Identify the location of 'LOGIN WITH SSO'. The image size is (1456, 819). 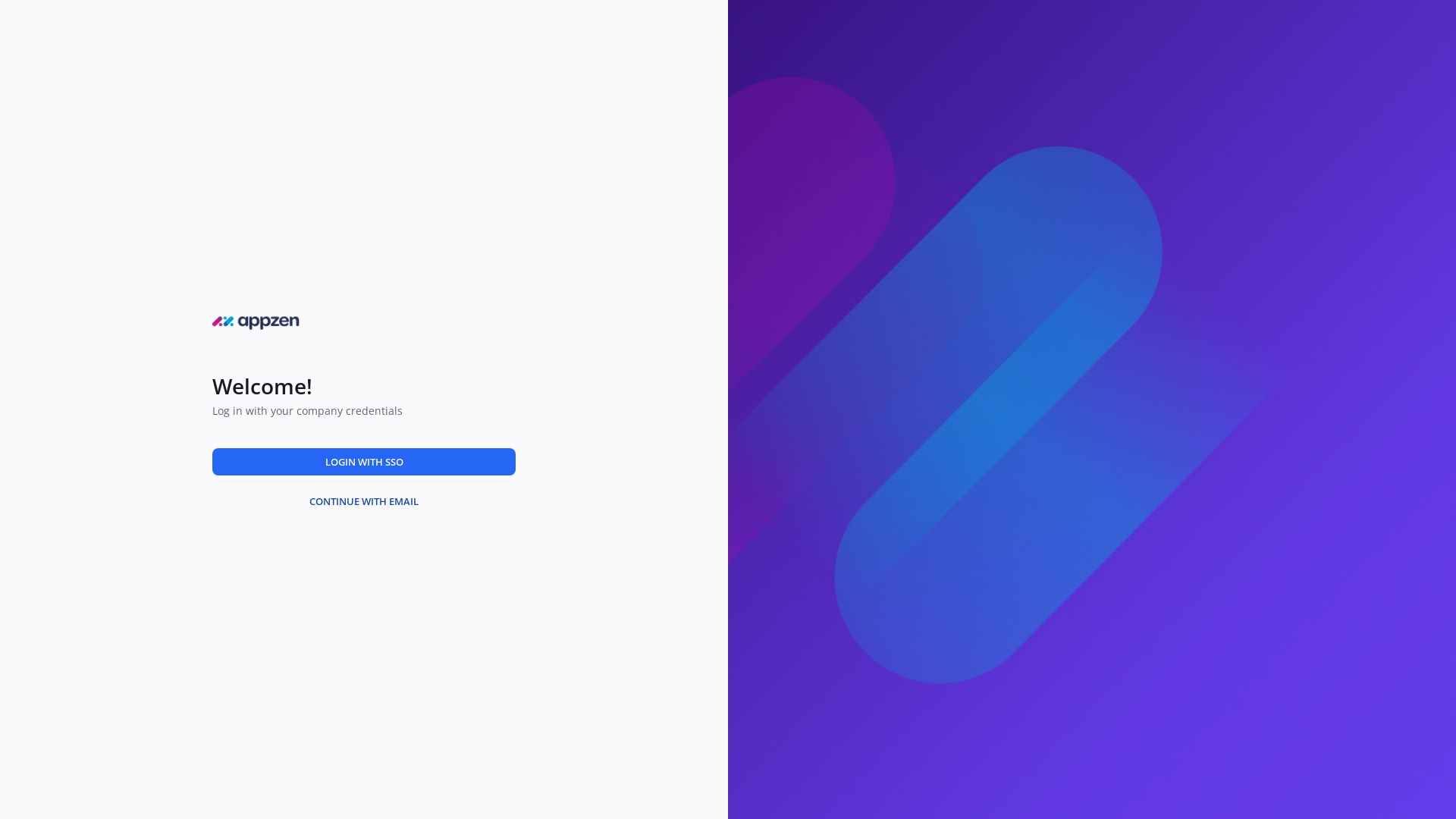
(364, 460).